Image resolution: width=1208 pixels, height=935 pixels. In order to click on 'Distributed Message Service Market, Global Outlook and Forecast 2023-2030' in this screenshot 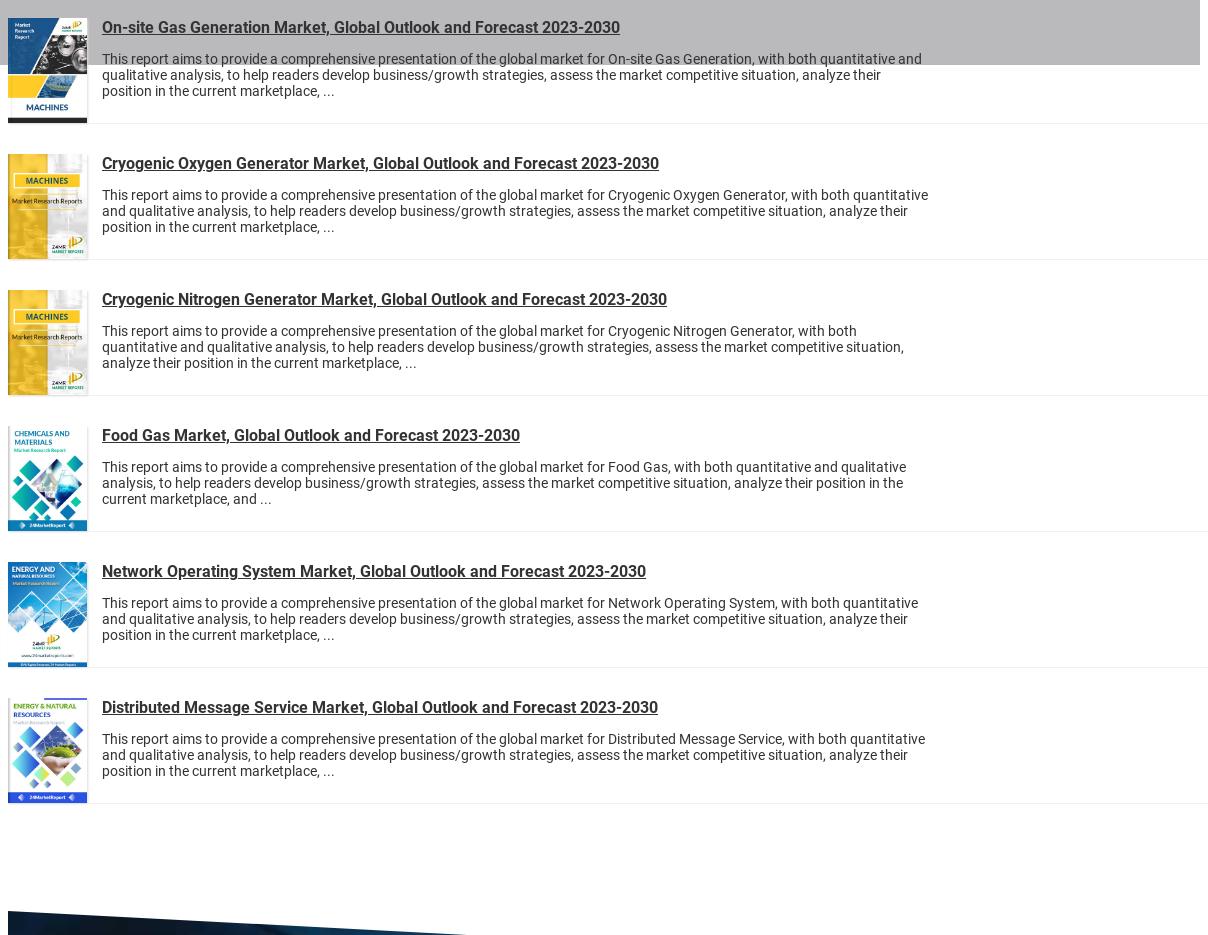, I will do `click(100, 706)`.